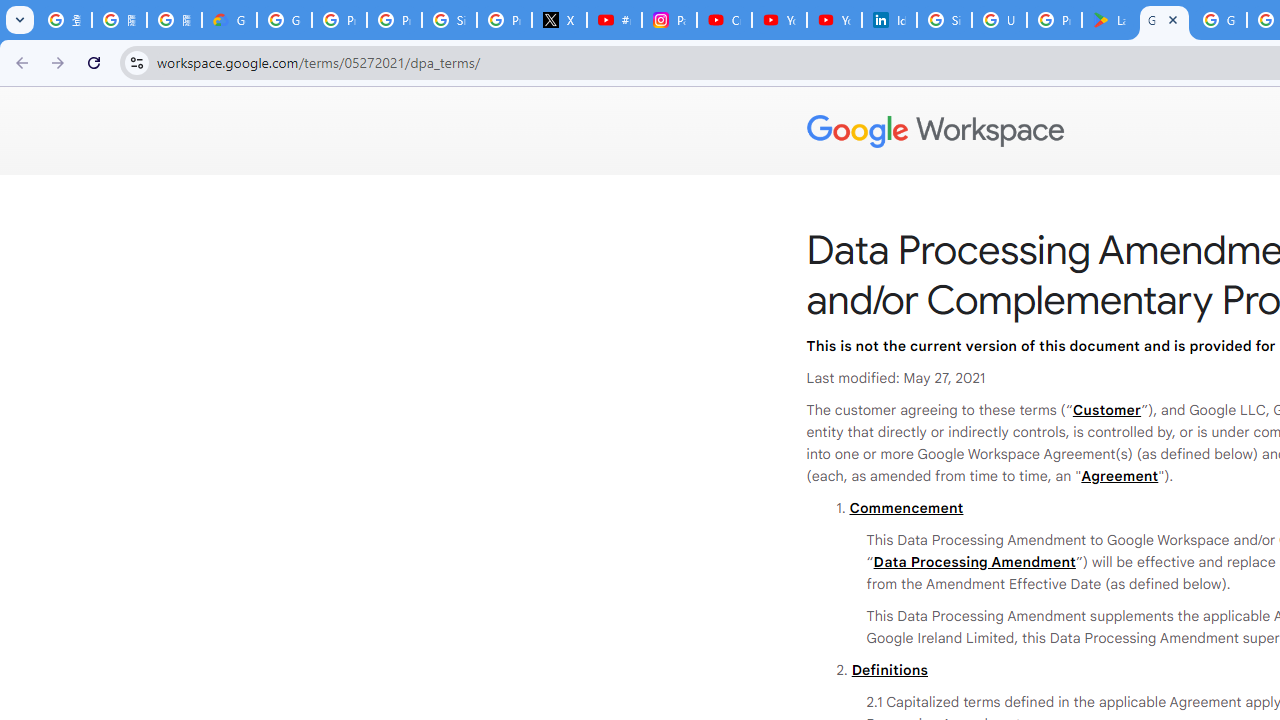 This screenshot has height=720, width=1280. I want to click on 'Google Cloud Privacy Notice', so click(229, 20).